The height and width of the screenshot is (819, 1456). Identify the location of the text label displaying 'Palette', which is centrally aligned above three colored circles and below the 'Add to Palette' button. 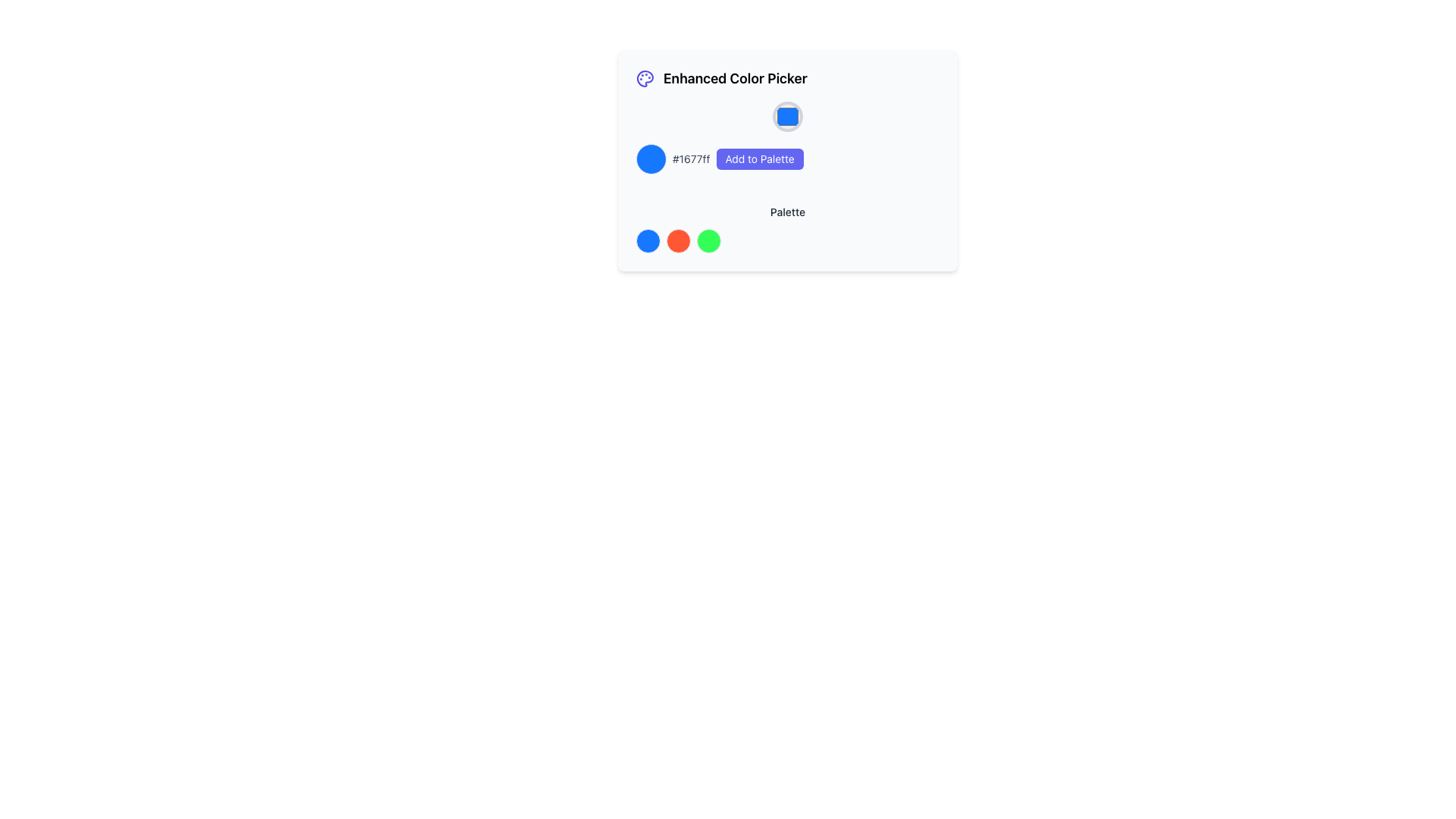
(787, 212).